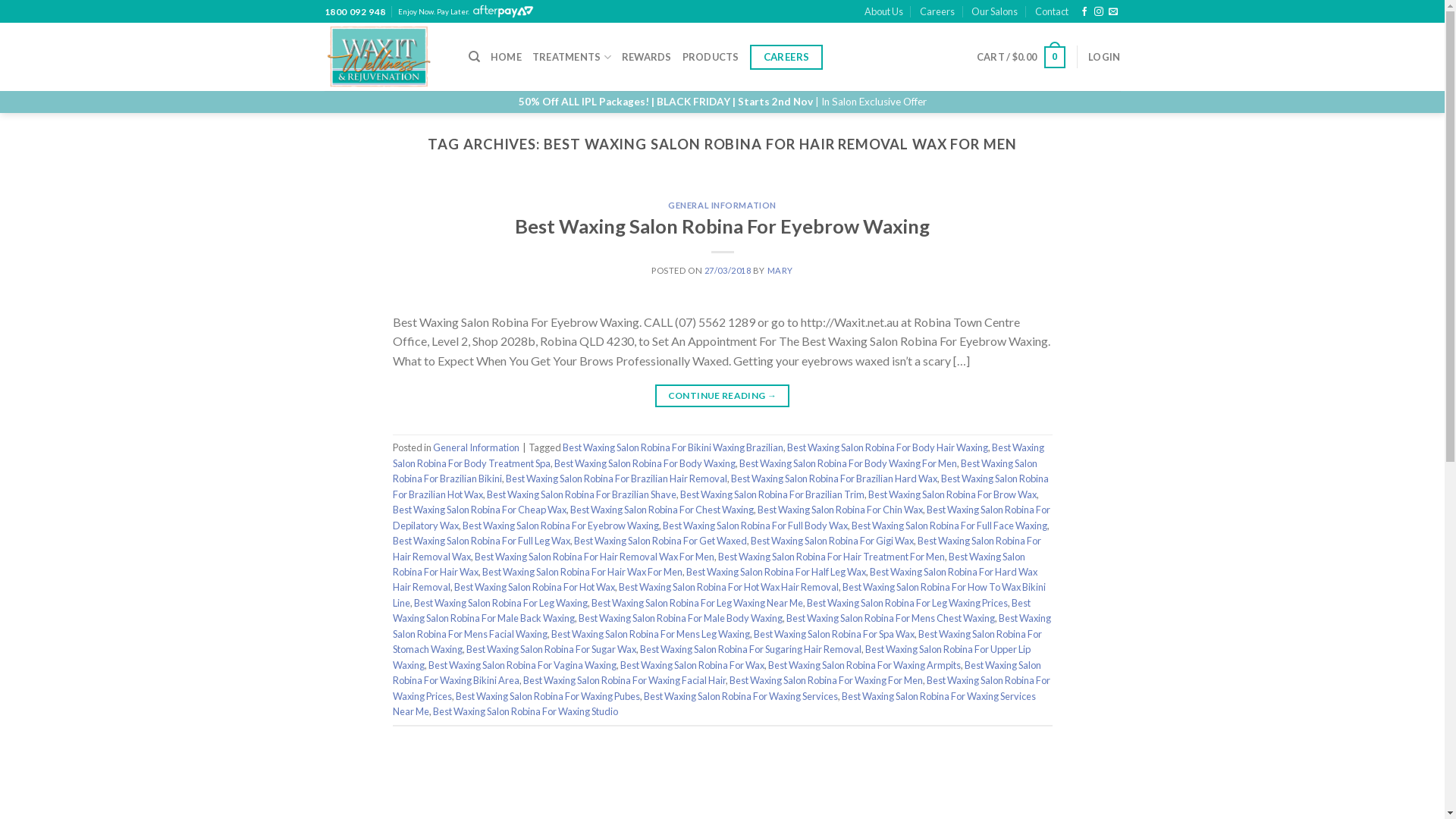  Describe the element at coordinates (465, 648) in the screenshot. I see `'Best Waxing Salon Robina For Sugar Wax'` at that location.